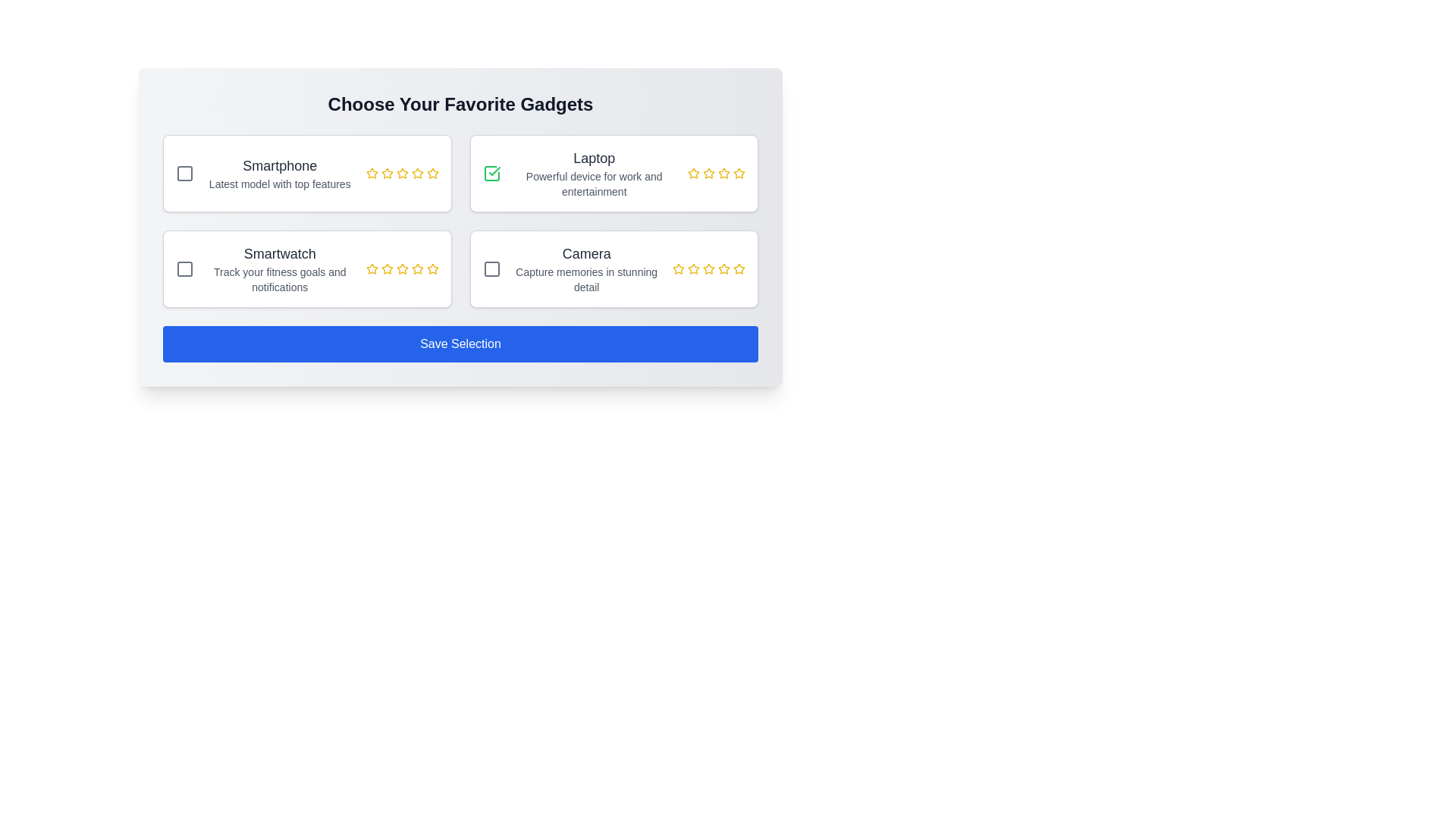 Image resolution: width=1456 pixels, height=819 pixels. I want to click on the first yellow star icon in the rating selection option under the 'Smartwatch' label, so click(372, 268).